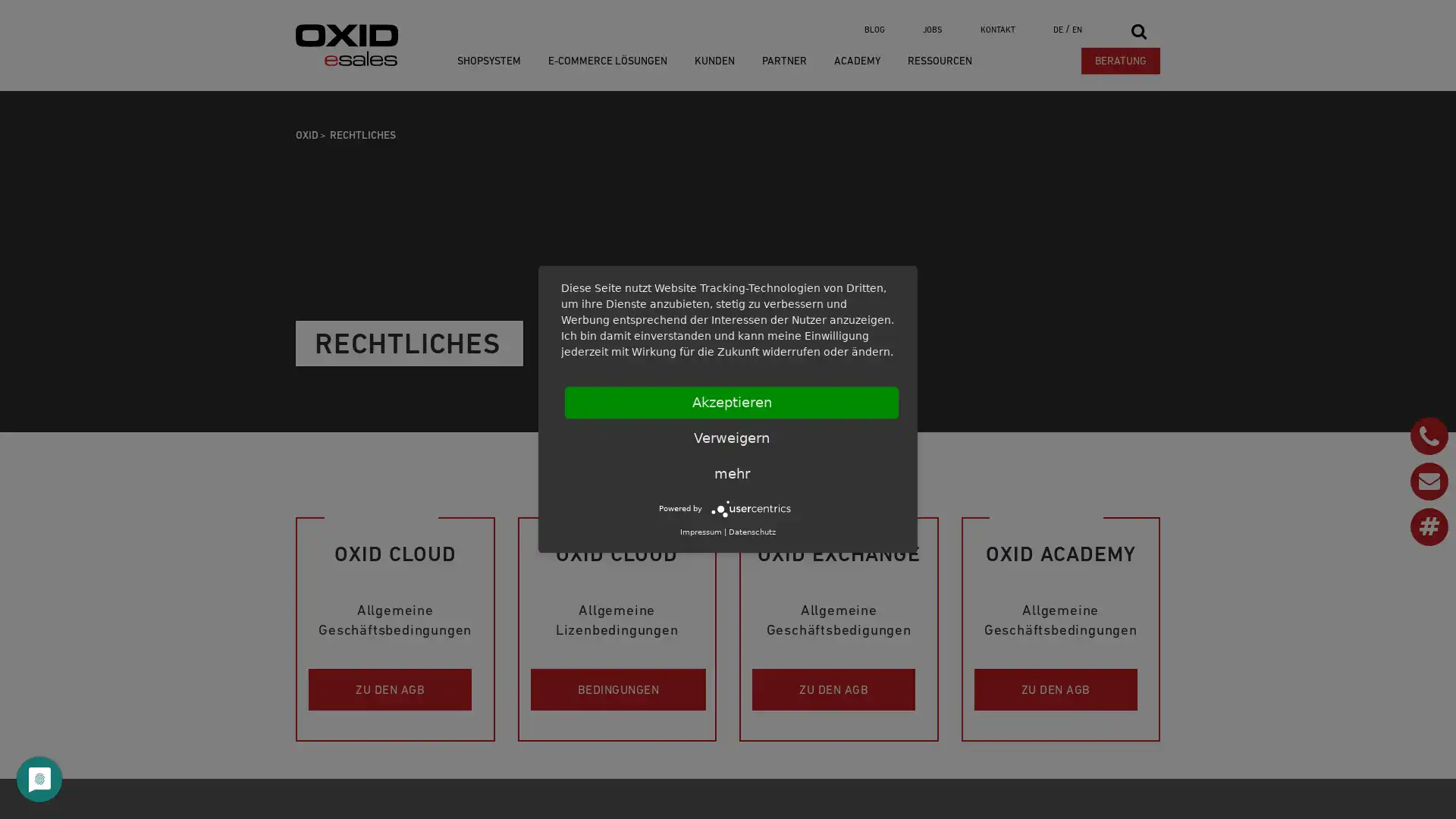 Image resolution: width=1456 pixels, height=819 pixels. What do you see at coordinates (731, 472) in the screenshot?
I see `mehr` at bounding box center [731, 472].